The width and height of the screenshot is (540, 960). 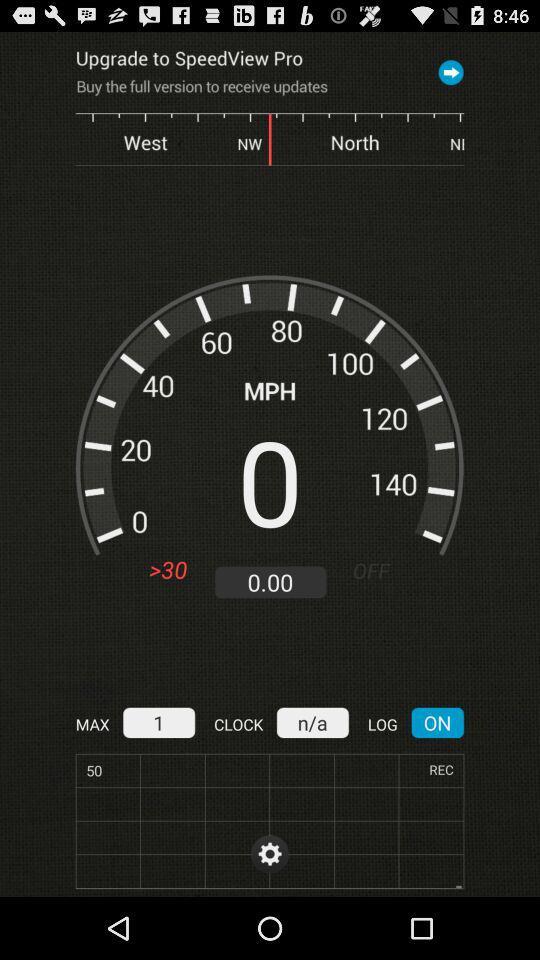 What do you see at coordinates (270, 853) in the screenshot?
I see `app settings` at bounding box center [270, 853].